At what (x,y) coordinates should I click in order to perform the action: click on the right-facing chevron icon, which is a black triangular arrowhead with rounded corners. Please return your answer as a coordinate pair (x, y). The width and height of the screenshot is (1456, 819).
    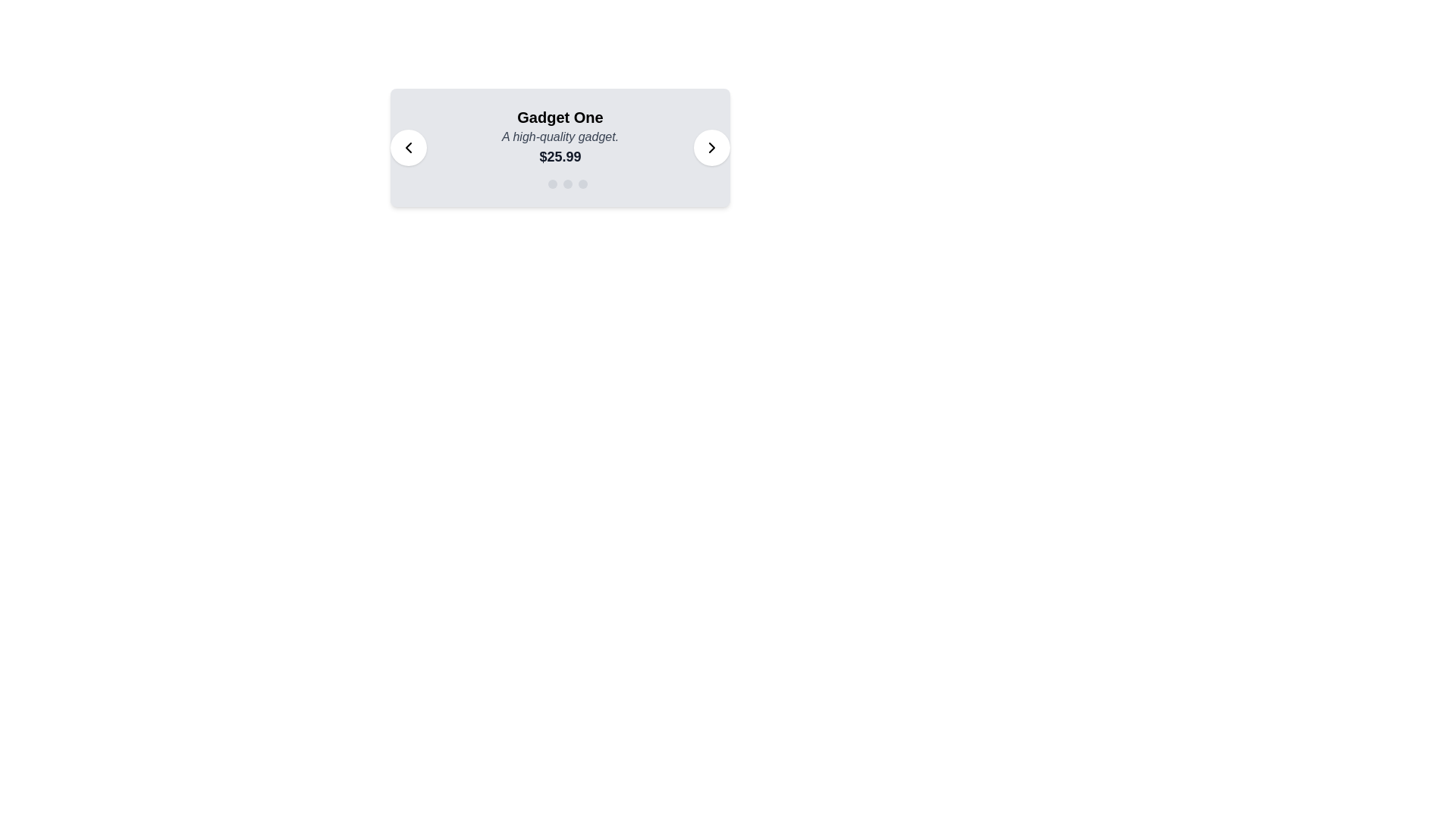
    Looking at the image, I should click on (711, 148).